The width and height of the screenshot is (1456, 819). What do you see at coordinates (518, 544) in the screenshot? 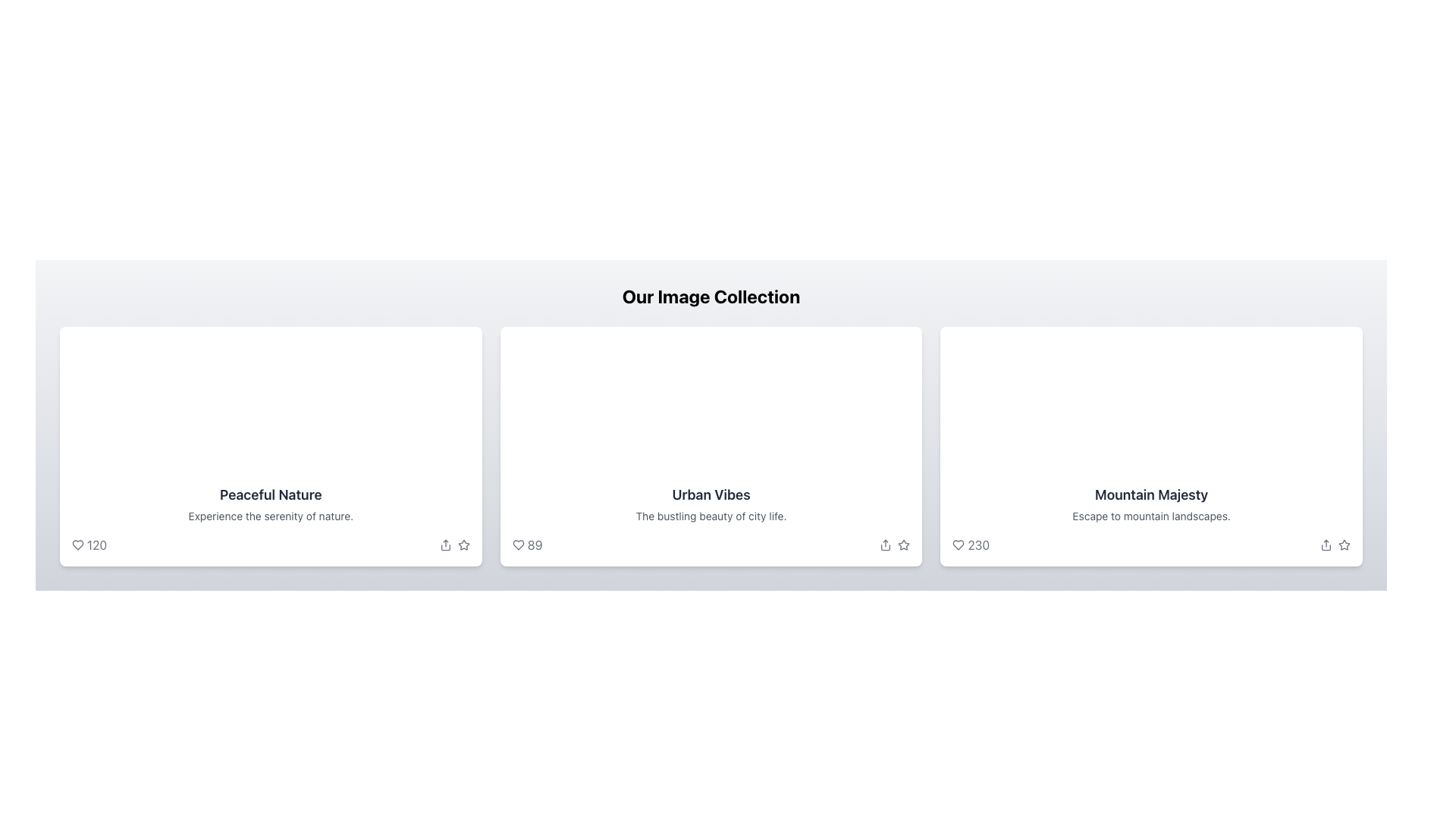
I see `the 'like' or 'favorite' icon located to the left of the text '89' under the 'Urban Vibes' card in the center of the interface` at bounding box center [518, 544].